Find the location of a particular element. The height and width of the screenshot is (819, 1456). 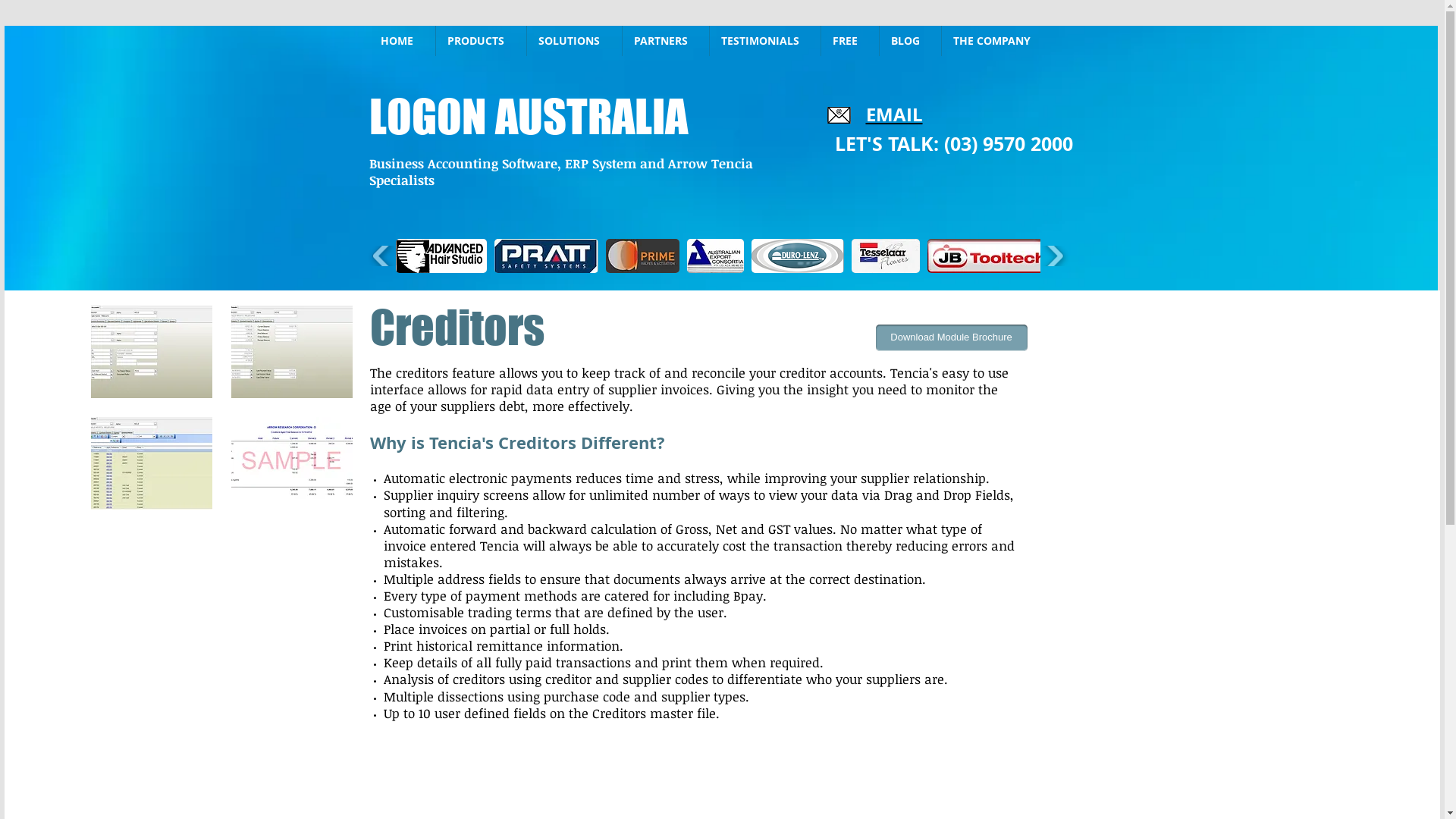

'PRODUCTS' is located at coordinates (479, 40).